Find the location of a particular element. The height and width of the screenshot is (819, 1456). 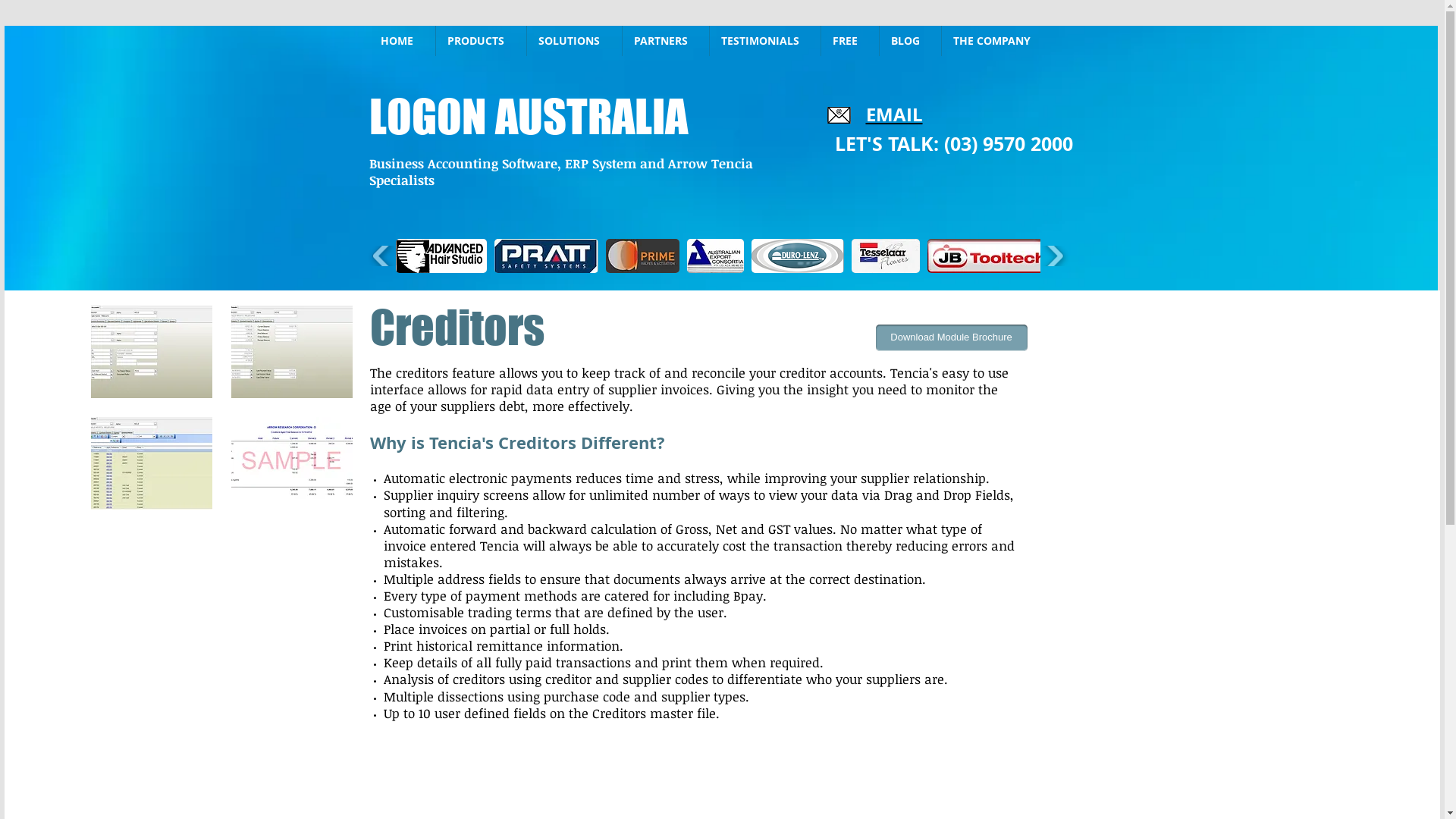

'PRODUCTS' is located at coordinates (479, 40).